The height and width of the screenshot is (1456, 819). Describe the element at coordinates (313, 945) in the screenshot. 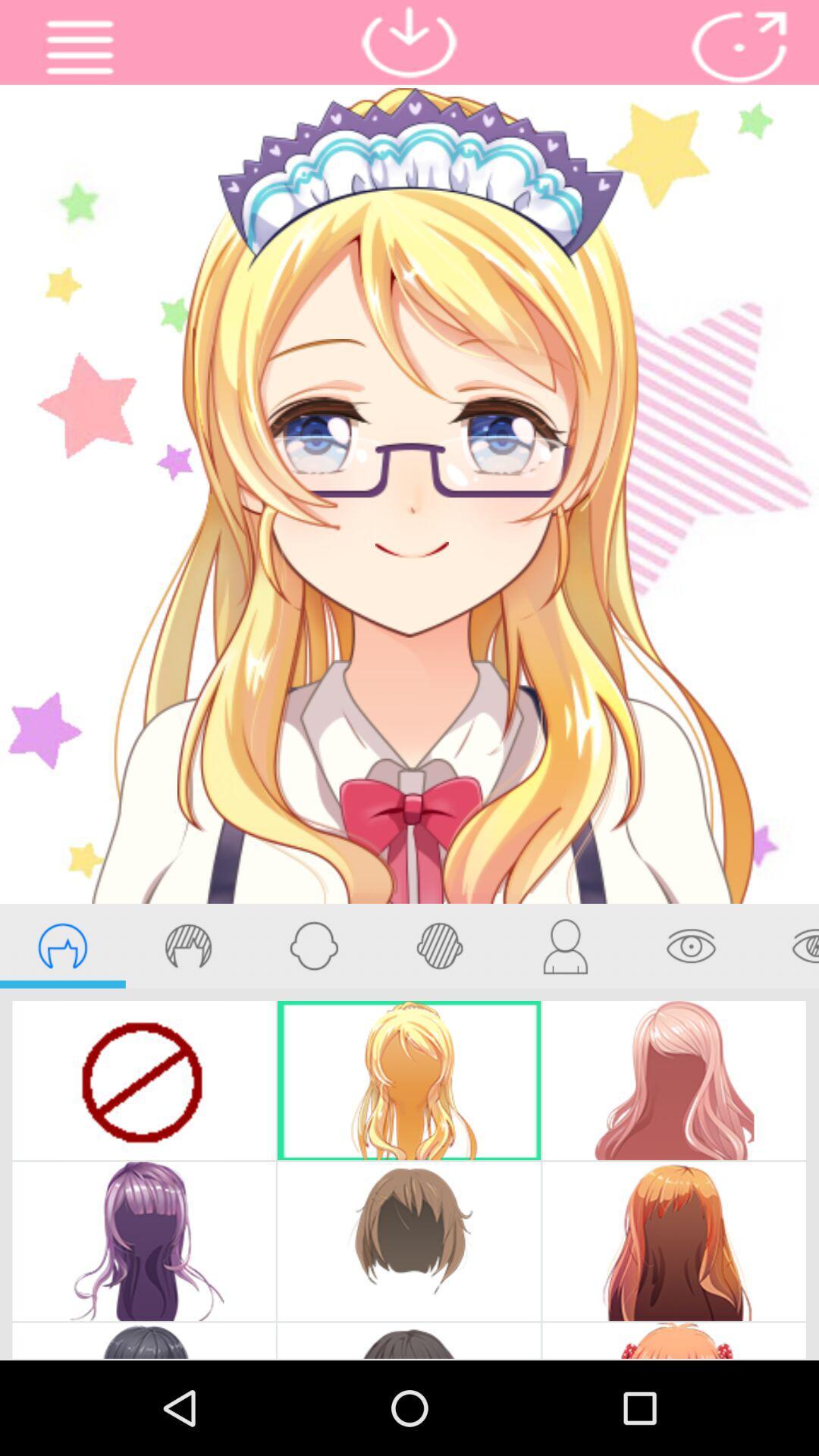

I see `face` at that location.